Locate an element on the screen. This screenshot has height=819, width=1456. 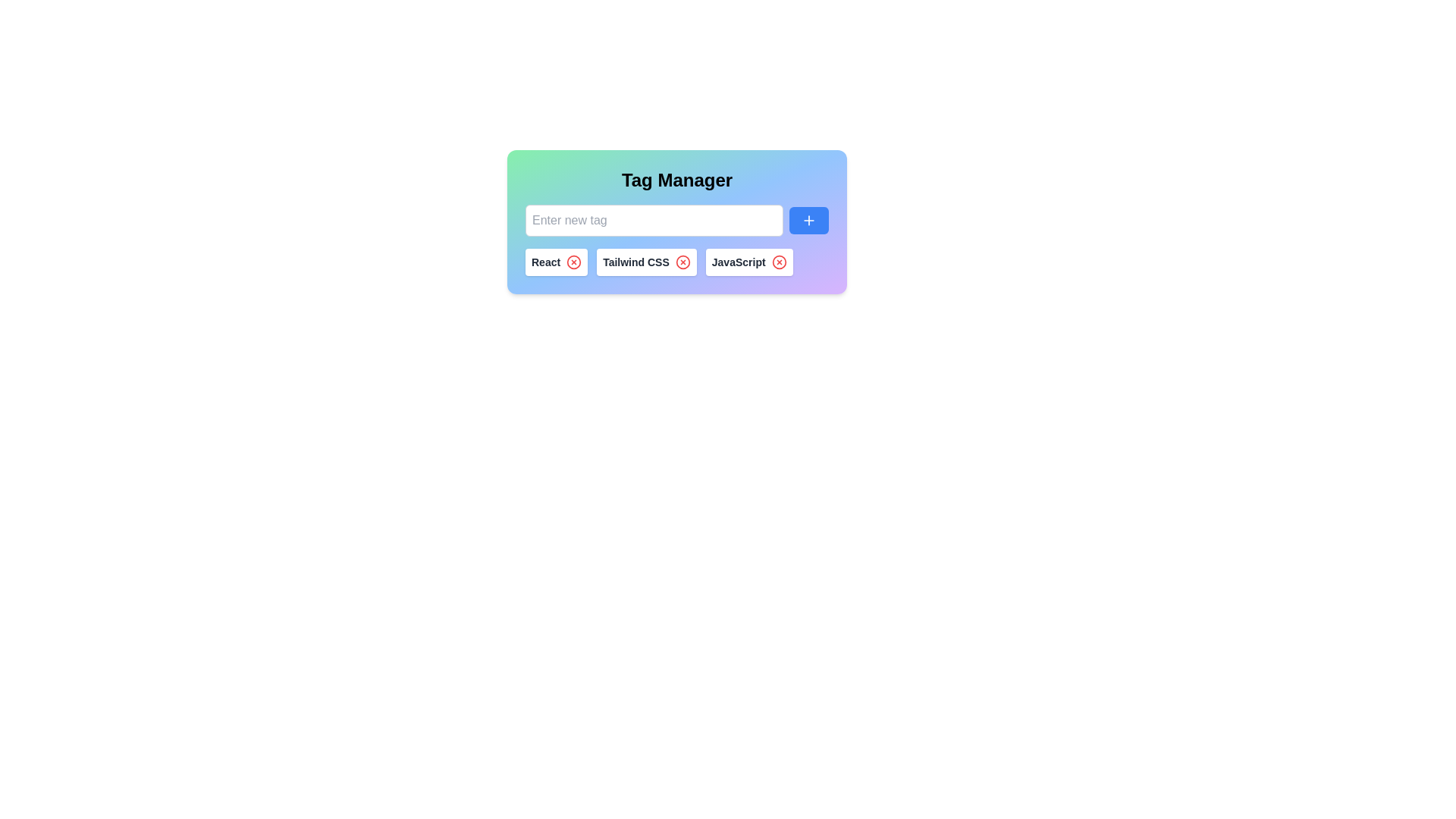
the remove icon next to the tag labeled JavaScript is located at coordinates (779, 262).